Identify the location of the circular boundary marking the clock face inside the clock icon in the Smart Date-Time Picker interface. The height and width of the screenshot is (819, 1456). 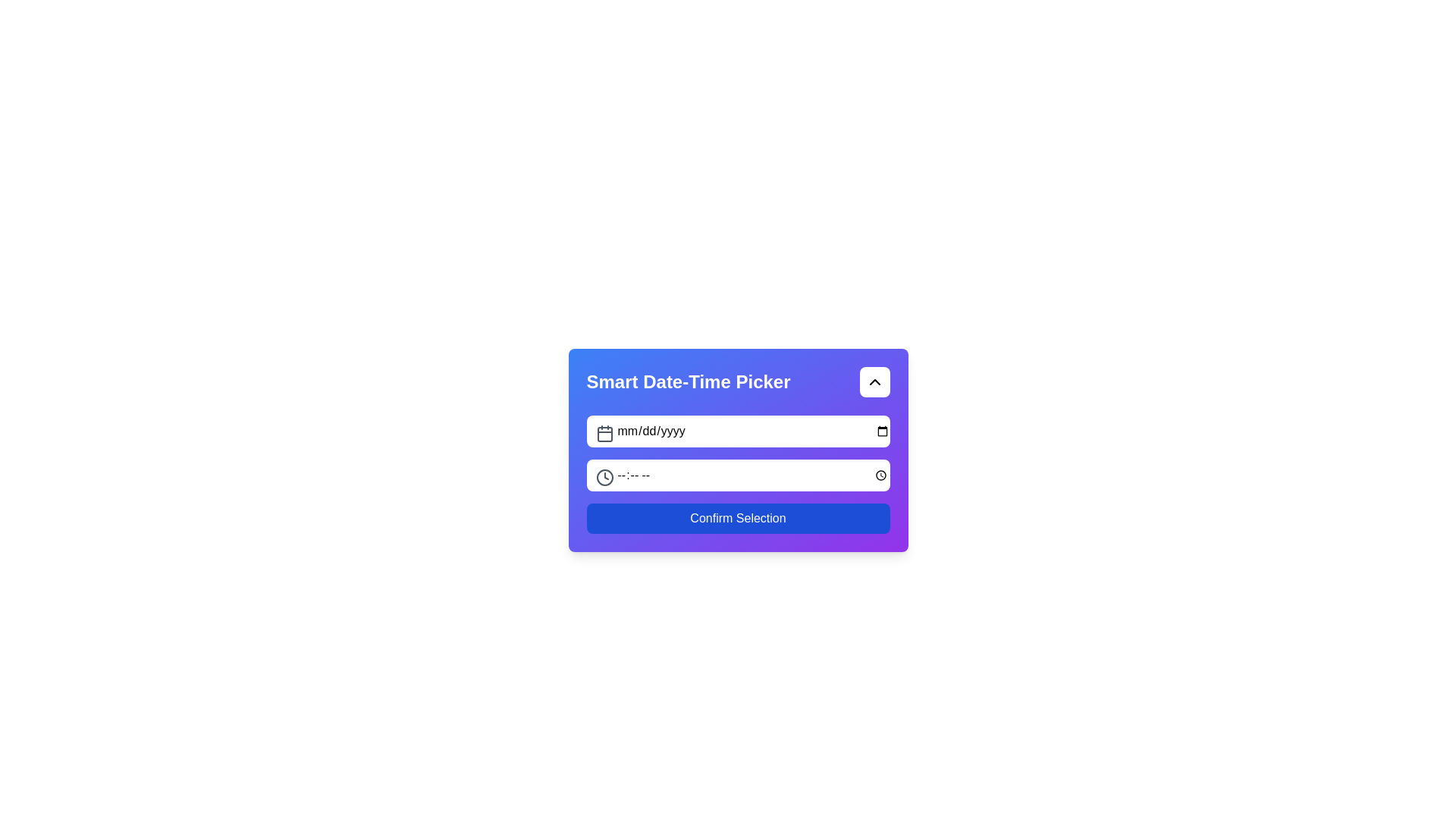
(604, 476).